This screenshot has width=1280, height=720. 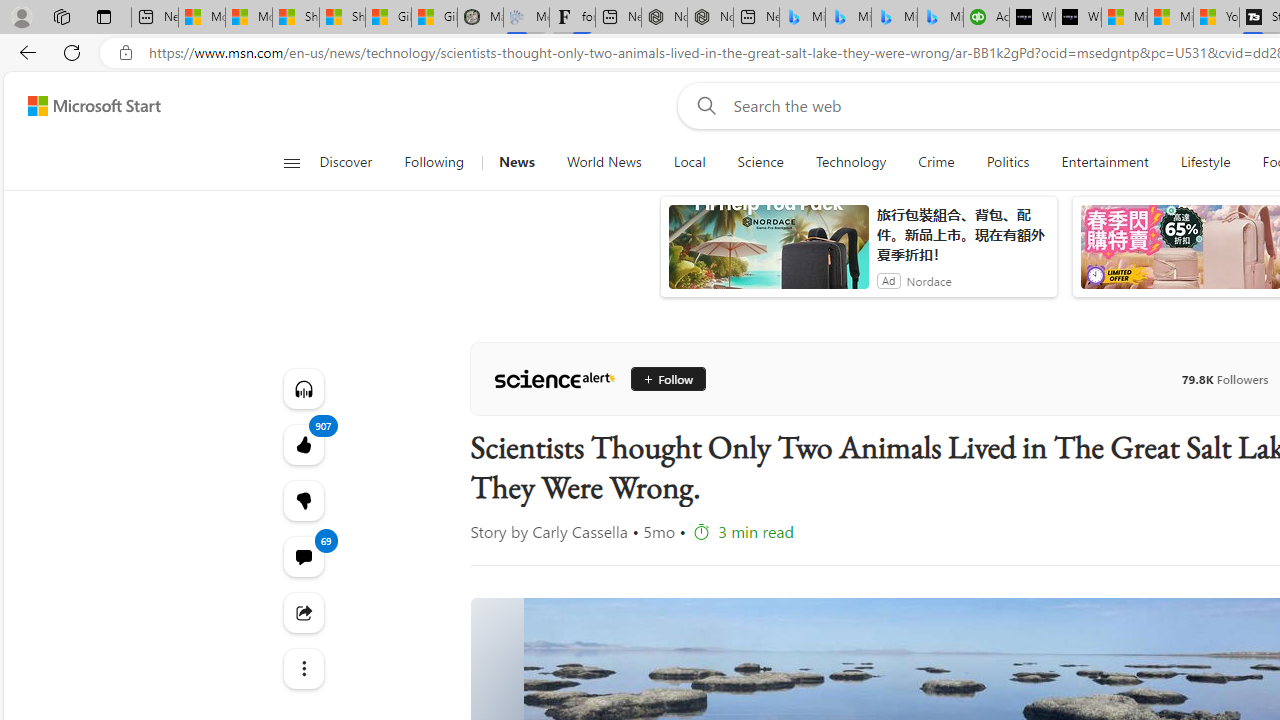 I want to click on 'Science', so click(x=759, y=162).